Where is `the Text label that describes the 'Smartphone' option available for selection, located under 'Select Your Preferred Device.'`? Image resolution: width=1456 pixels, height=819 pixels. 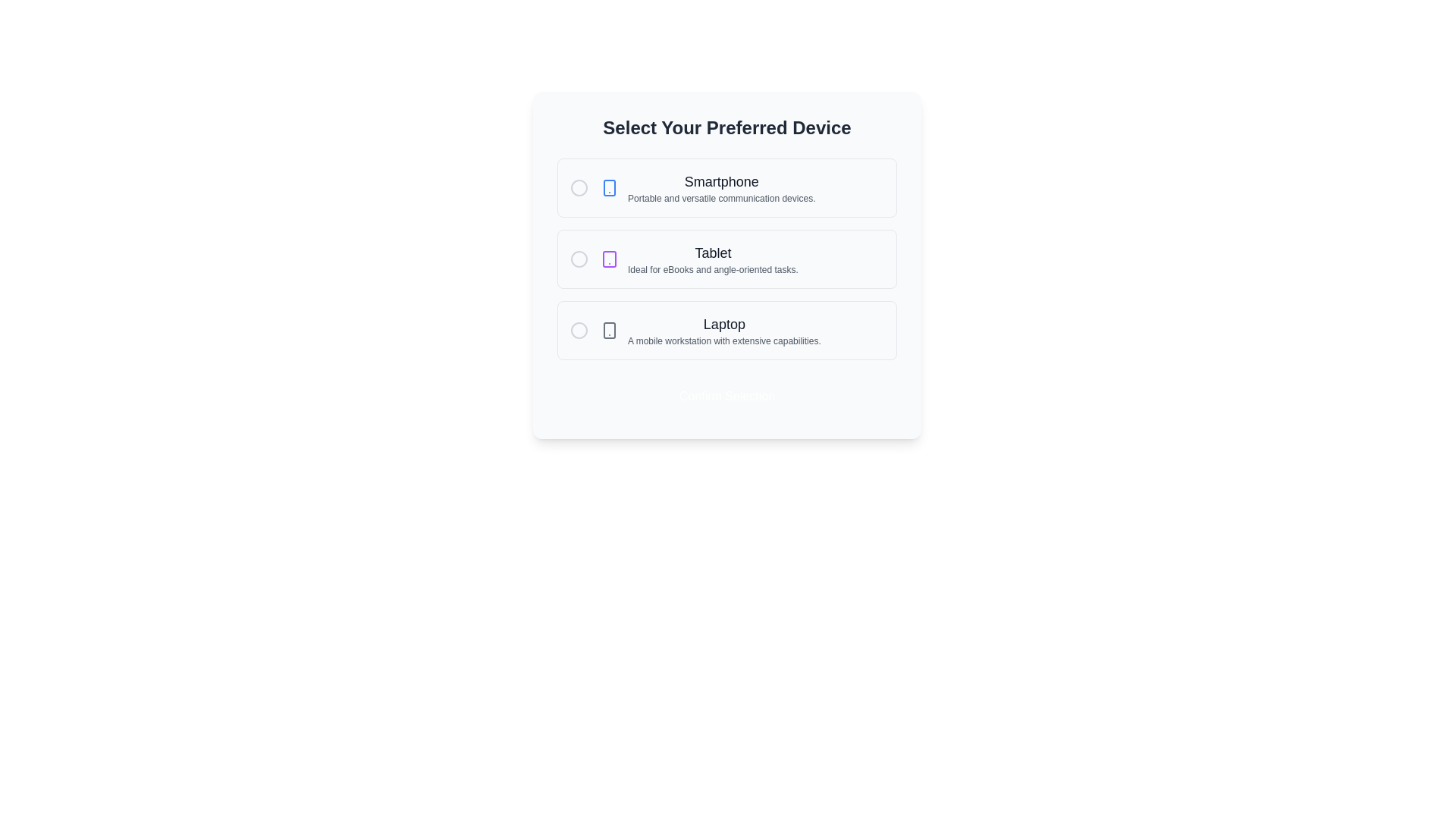
the Text label that describes the 'Smartphone' option available for selection, located under 'Select Your Preferred Device.' is located at coordinates (720, 187).